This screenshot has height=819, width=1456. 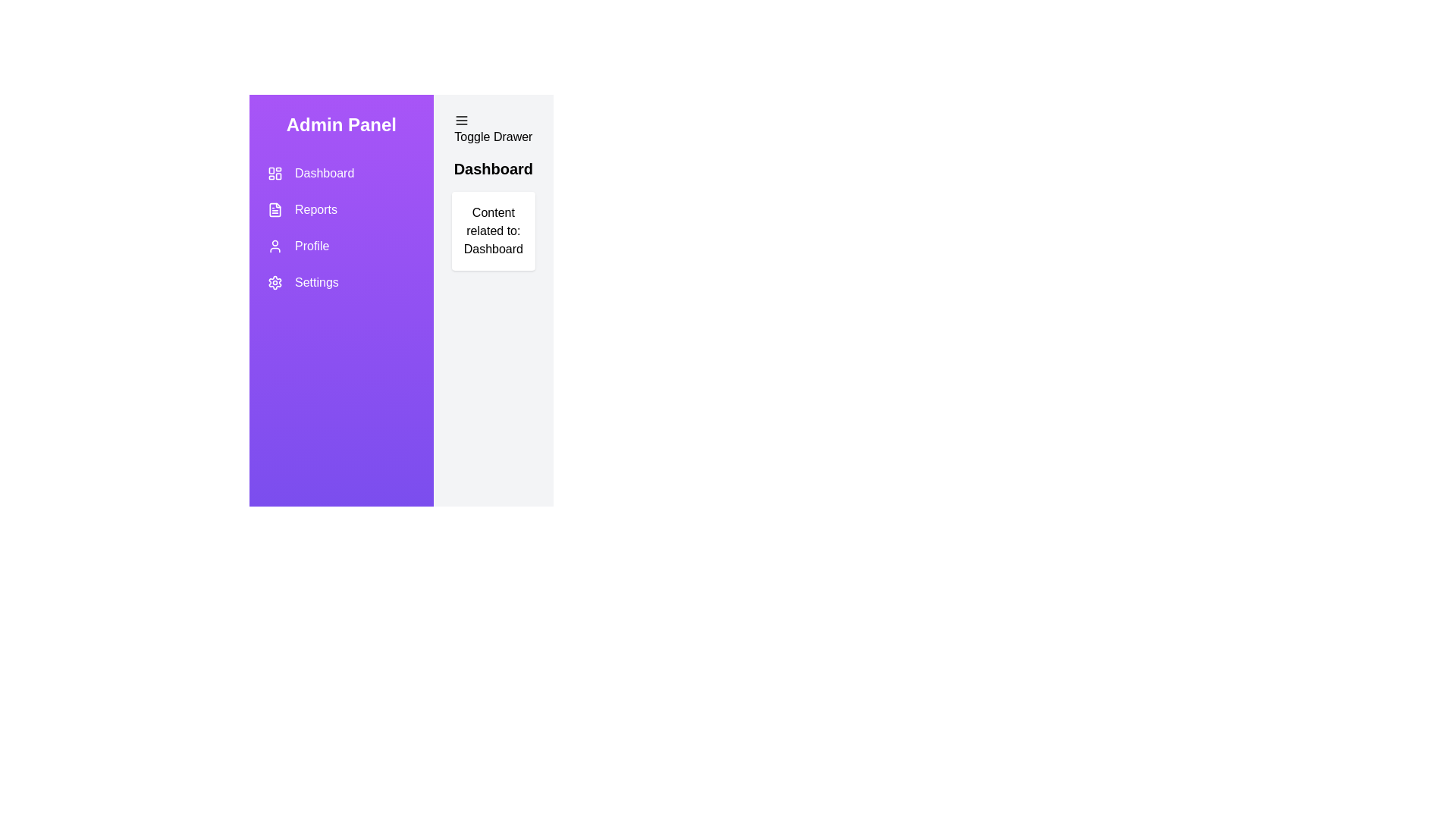 What do you see at coordinates (340, 210) in the screenshot?
I see `the Reports section from the navigation menu` at bounding box center [340, 210].